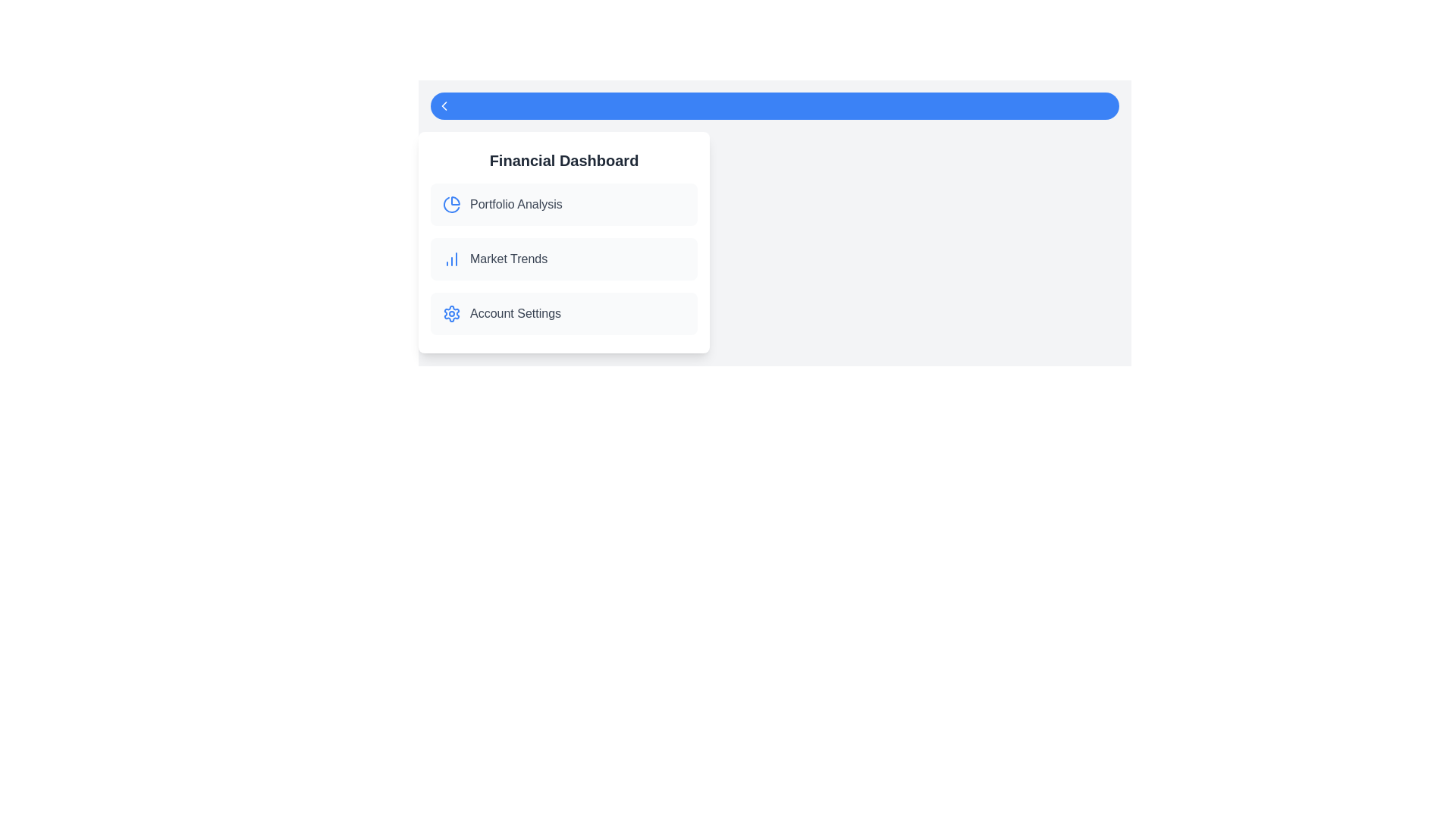 The image size is (1456, 819). I want to click on the 'Account Settings' panel, so click(563, 312).